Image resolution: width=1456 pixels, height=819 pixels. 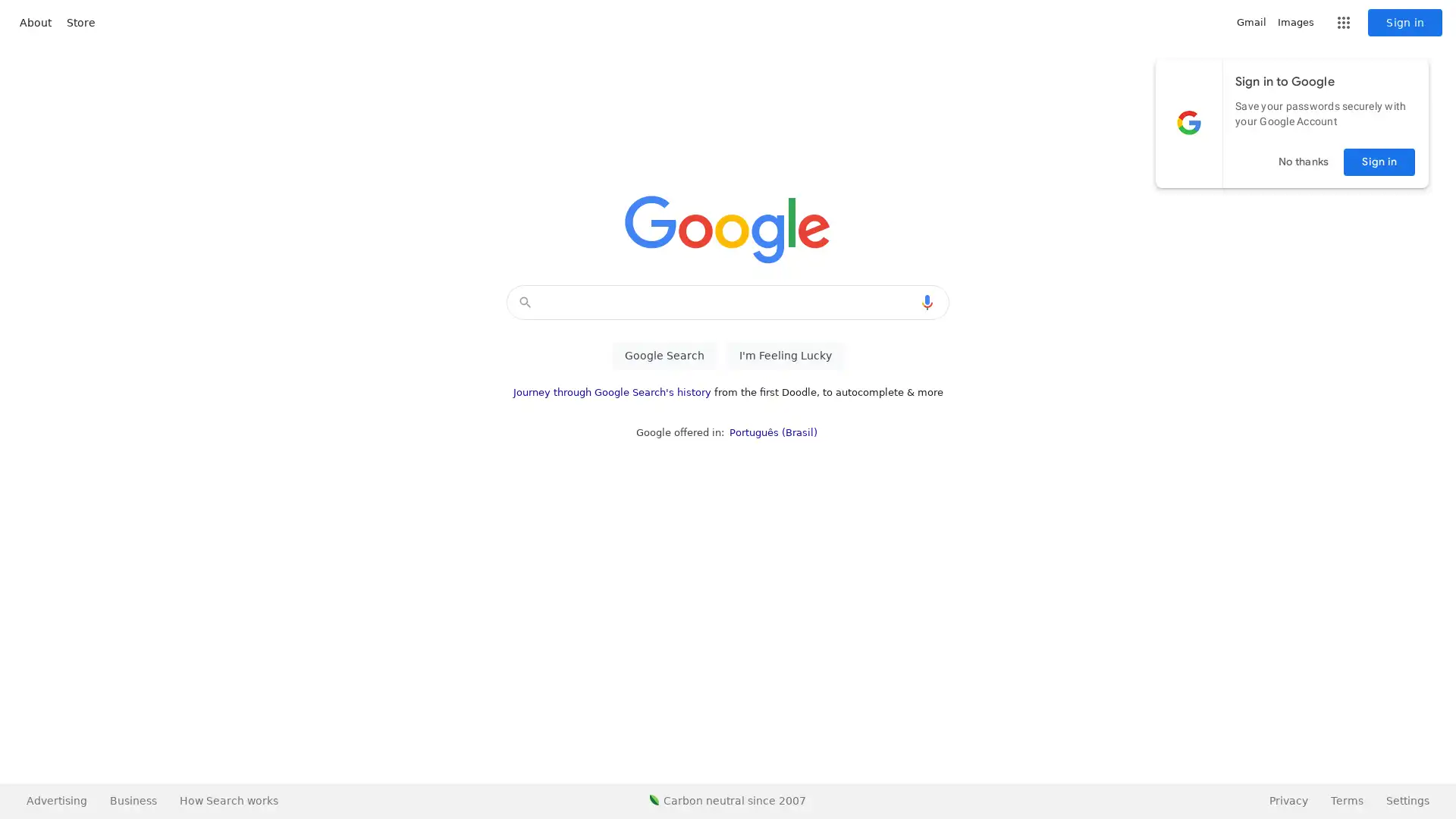 What do you see at coordinates (785, 356) in the screenshot?
I see `I'm Feeling Lucky` at bounding box center [785, 356].